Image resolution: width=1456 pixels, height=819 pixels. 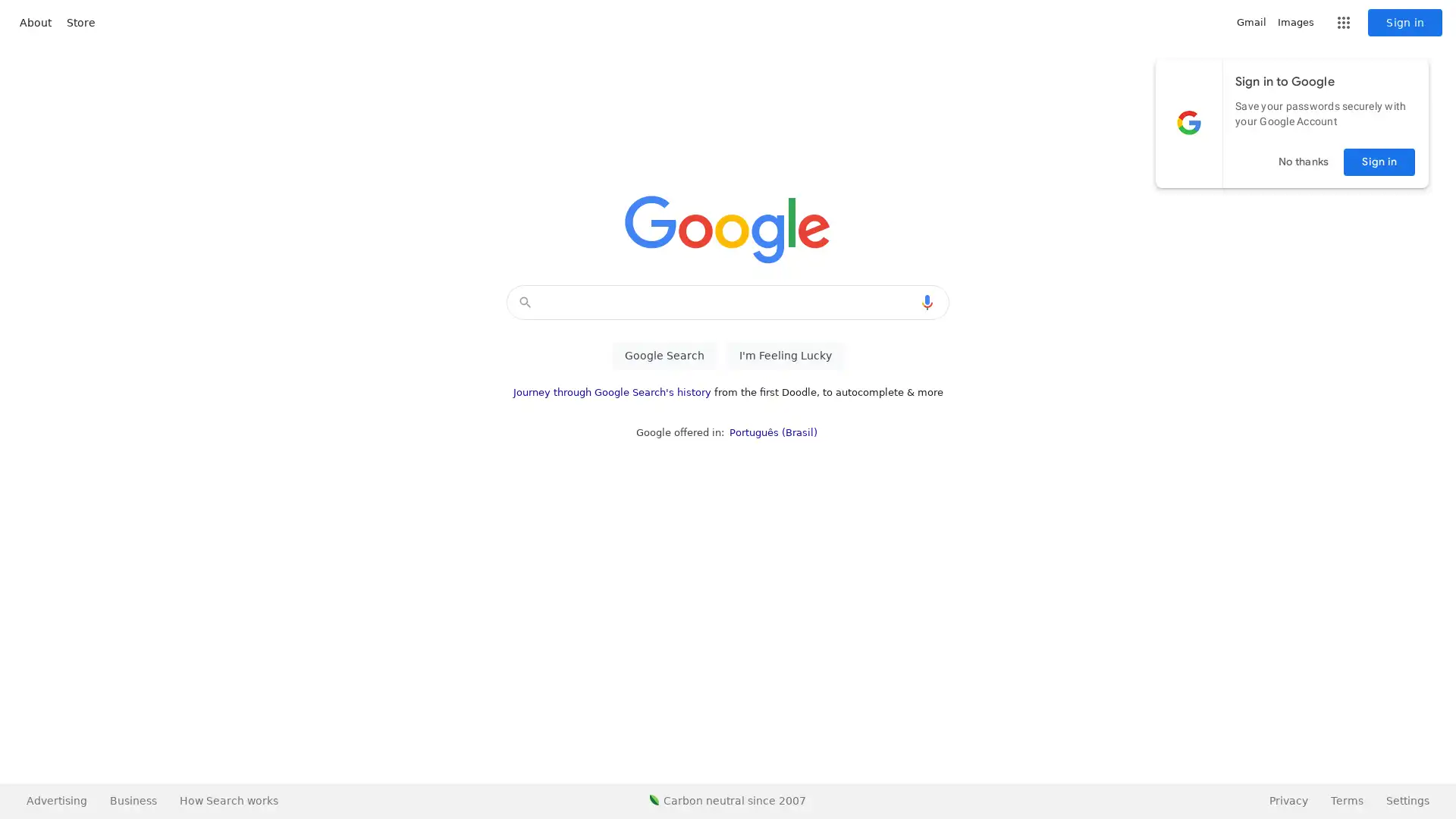 What do you see at coordinates (785, 356) in the screenshot?
I see `I'm Feeling Lucky` at bounding box center [785, 356].